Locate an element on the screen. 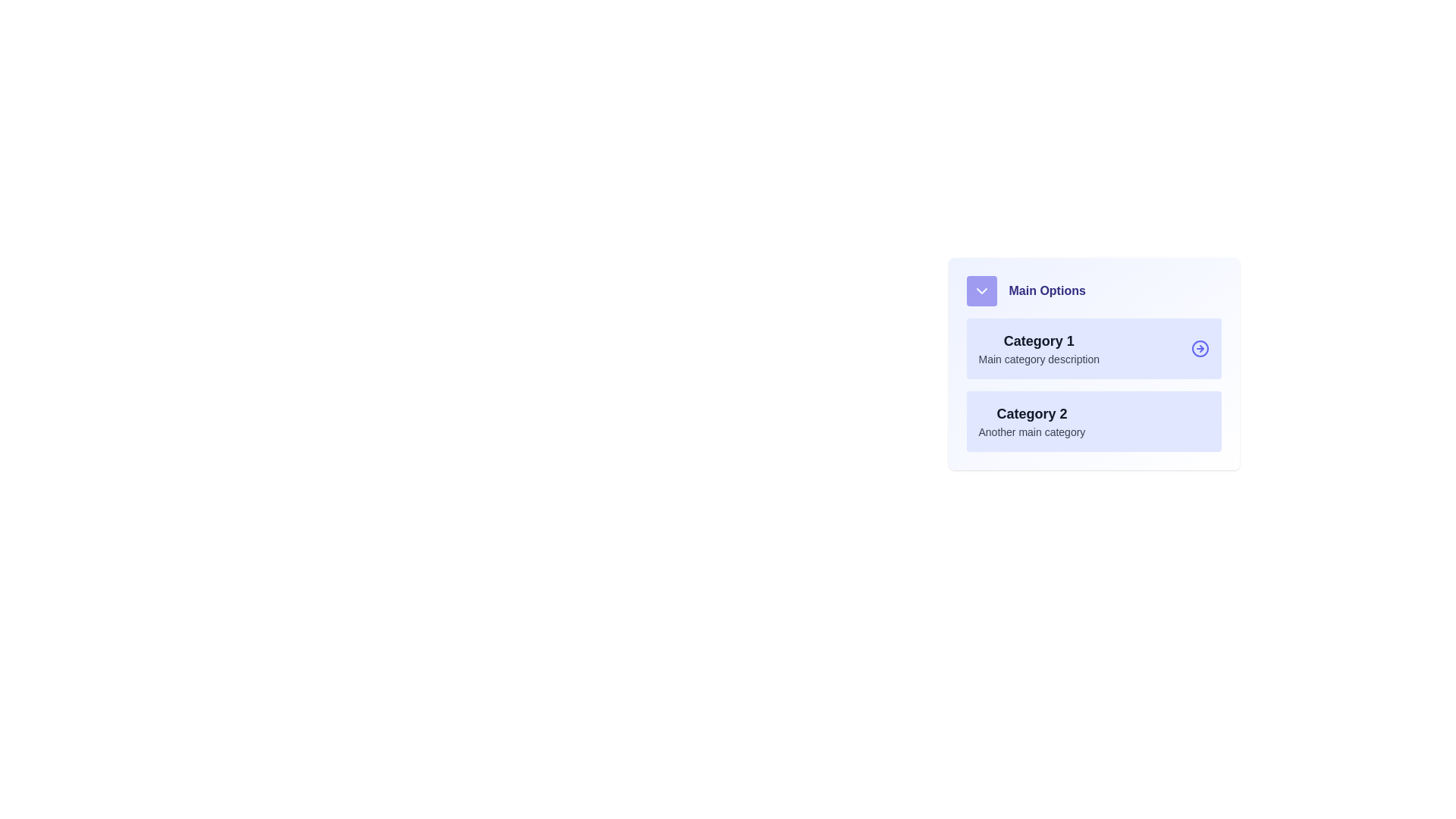 The height and width of the screenshot is (819, 1456). the chevron icon located at the top right of the 'Main Options' section is located at coordinates (981, 291).